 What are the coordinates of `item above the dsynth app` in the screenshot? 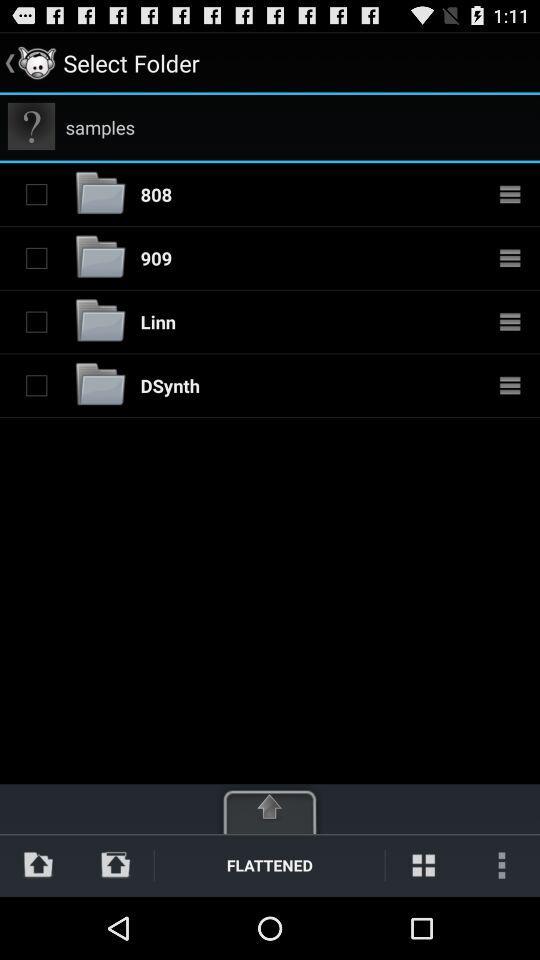 It's located at (157, 321).